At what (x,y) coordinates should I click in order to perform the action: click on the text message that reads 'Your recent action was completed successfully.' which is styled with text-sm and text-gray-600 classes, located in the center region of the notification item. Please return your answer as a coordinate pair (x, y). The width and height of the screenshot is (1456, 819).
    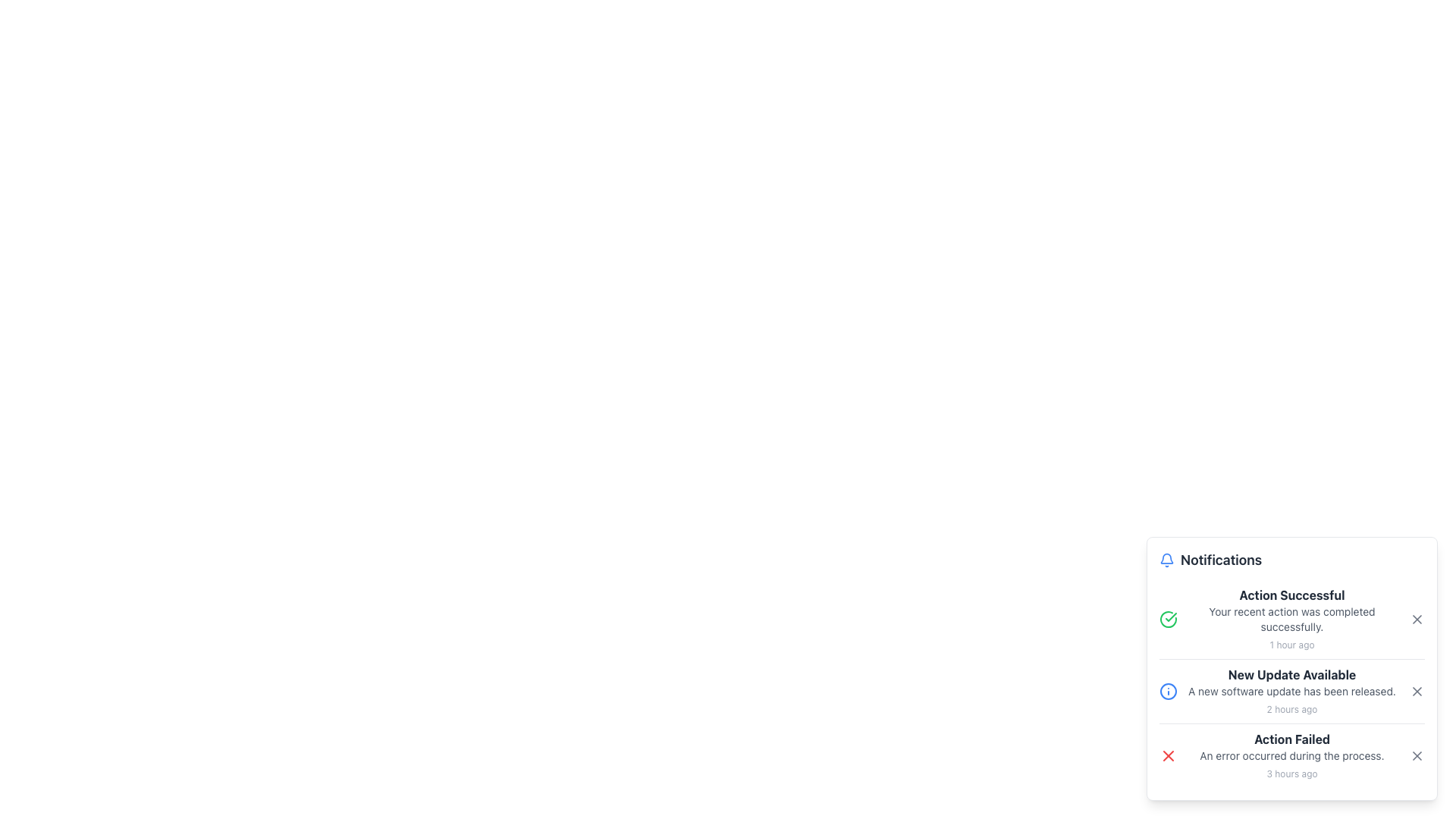
    Looking at the image, I should click on (1291, 620).